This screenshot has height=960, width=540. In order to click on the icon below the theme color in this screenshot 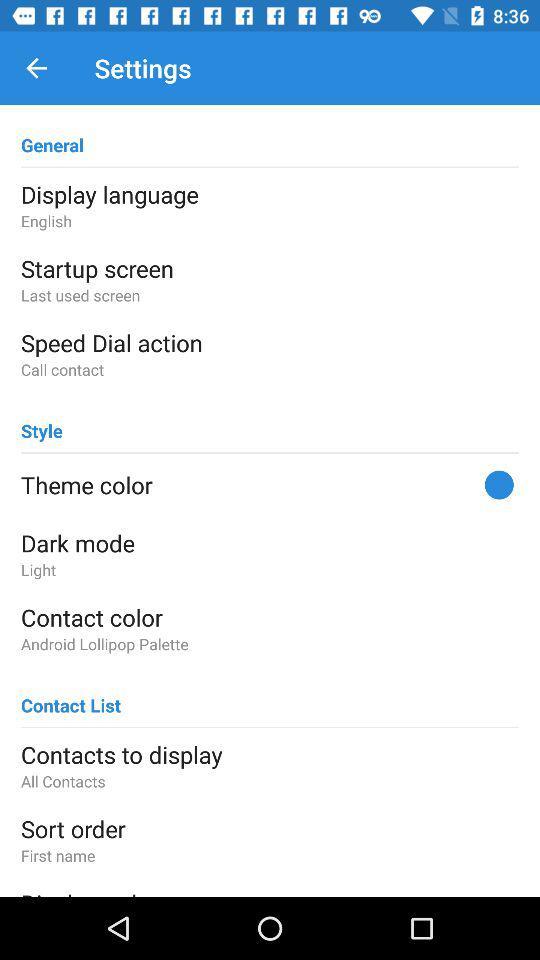, I will do `click(270, 543)`.